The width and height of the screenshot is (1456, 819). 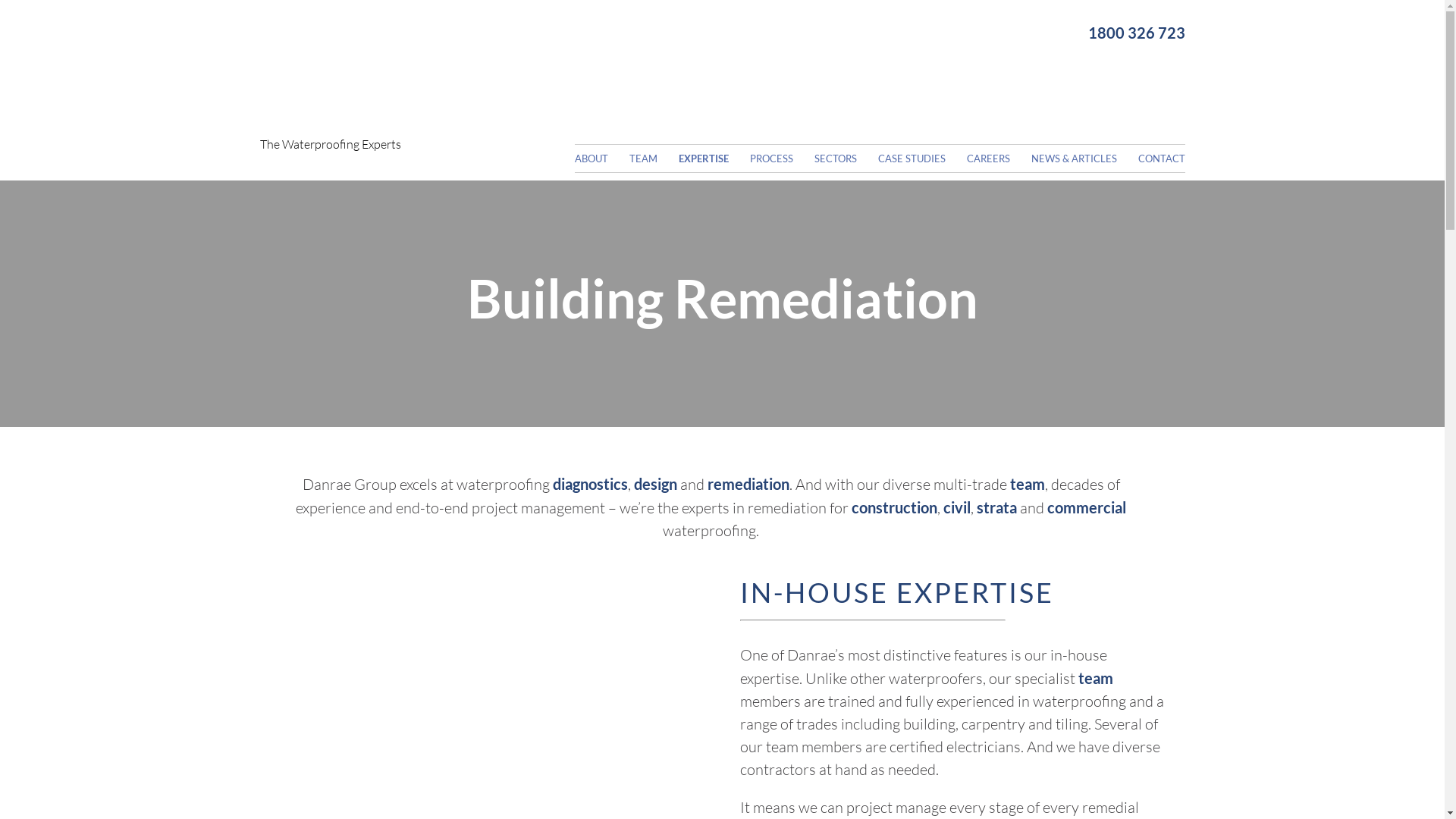 What do you see at coordinates (655, 483) in the screenshot?
I see `'design'` at bounding box center [655, 483].